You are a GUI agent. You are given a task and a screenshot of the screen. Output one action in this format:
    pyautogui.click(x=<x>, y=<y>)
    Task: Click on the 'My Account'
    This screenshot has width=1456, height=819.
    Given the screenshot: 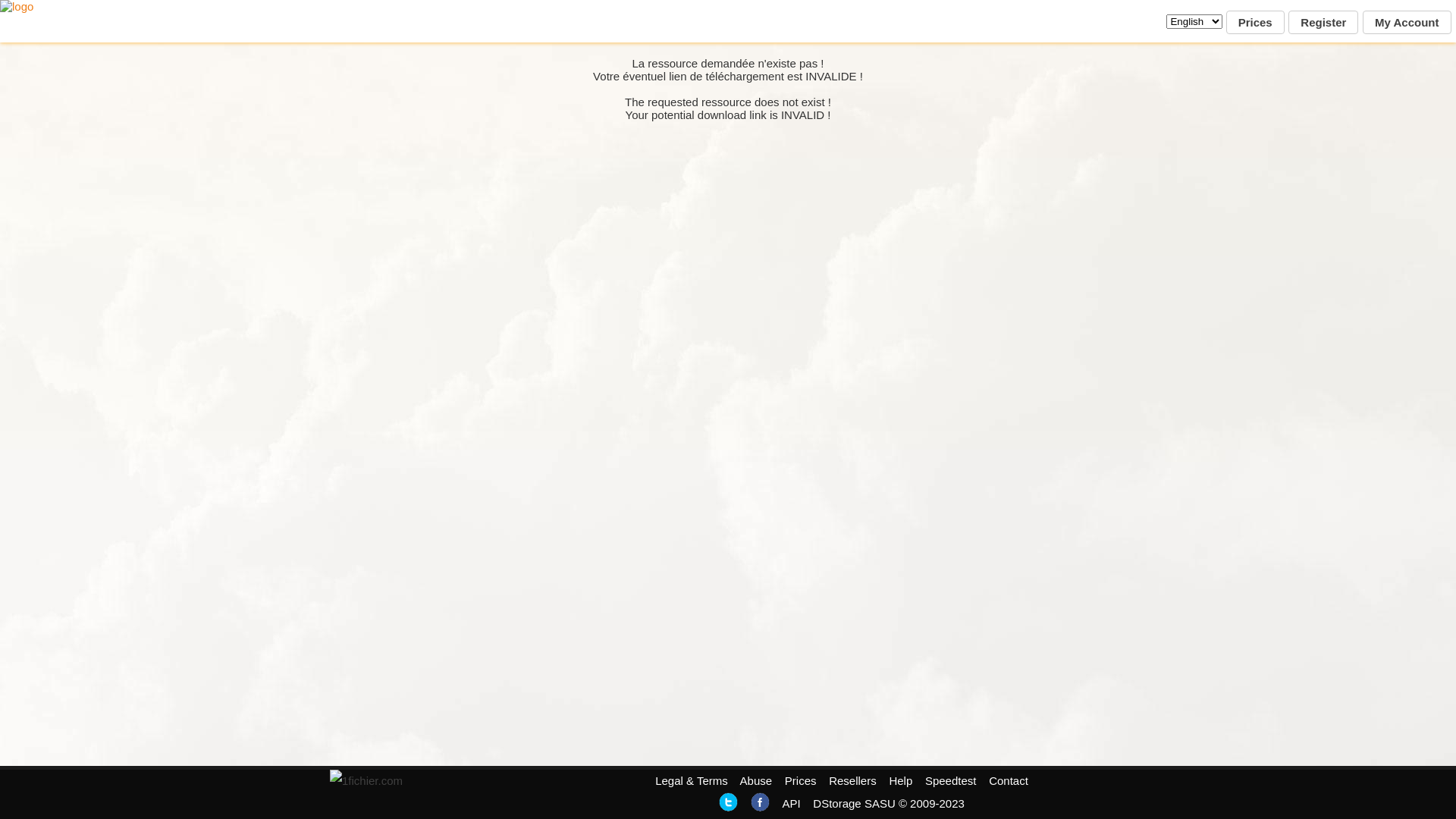 What is the action you would take?
    pyautogui.click(x=1405, y=22)
    